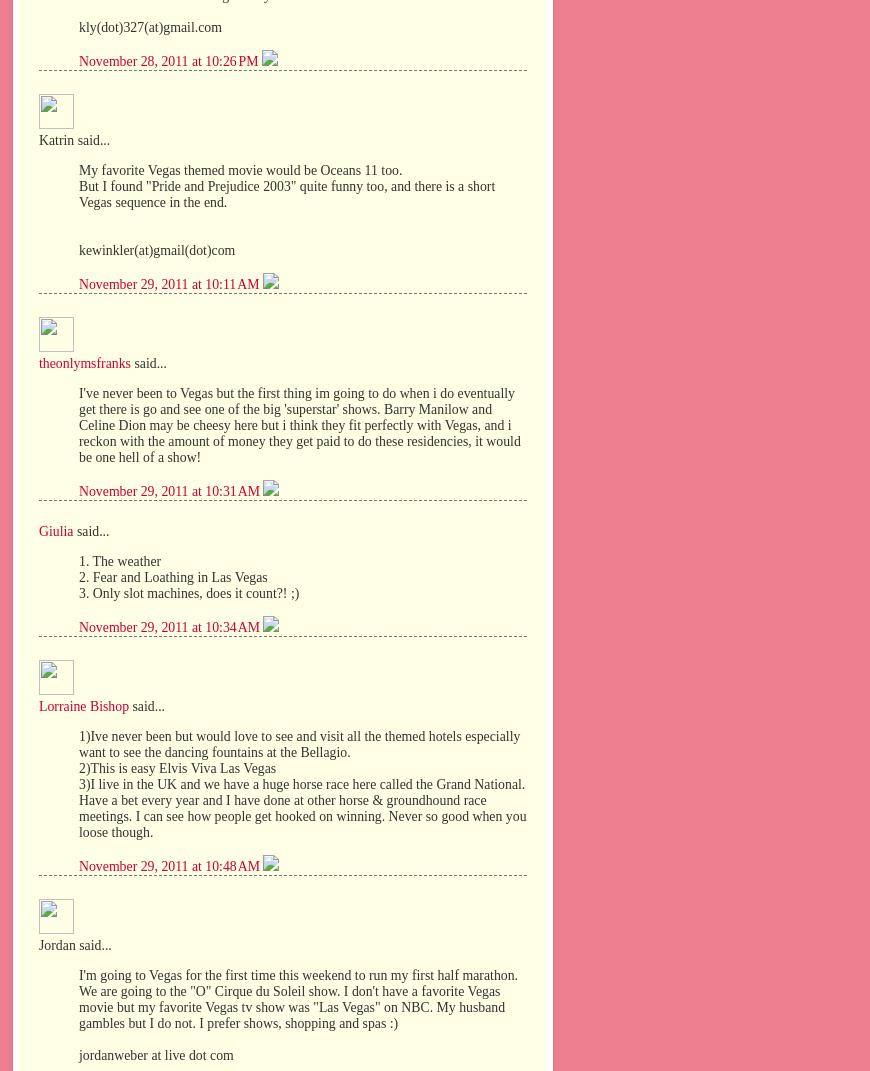 The height and width of the screenshot is (1071, 870). What do you see at coordinates (77, 168) in the screenshot?
I see `'My favorite Vegas themed movie would be Oceans 11 too.'` at bounding box center [77, 168].